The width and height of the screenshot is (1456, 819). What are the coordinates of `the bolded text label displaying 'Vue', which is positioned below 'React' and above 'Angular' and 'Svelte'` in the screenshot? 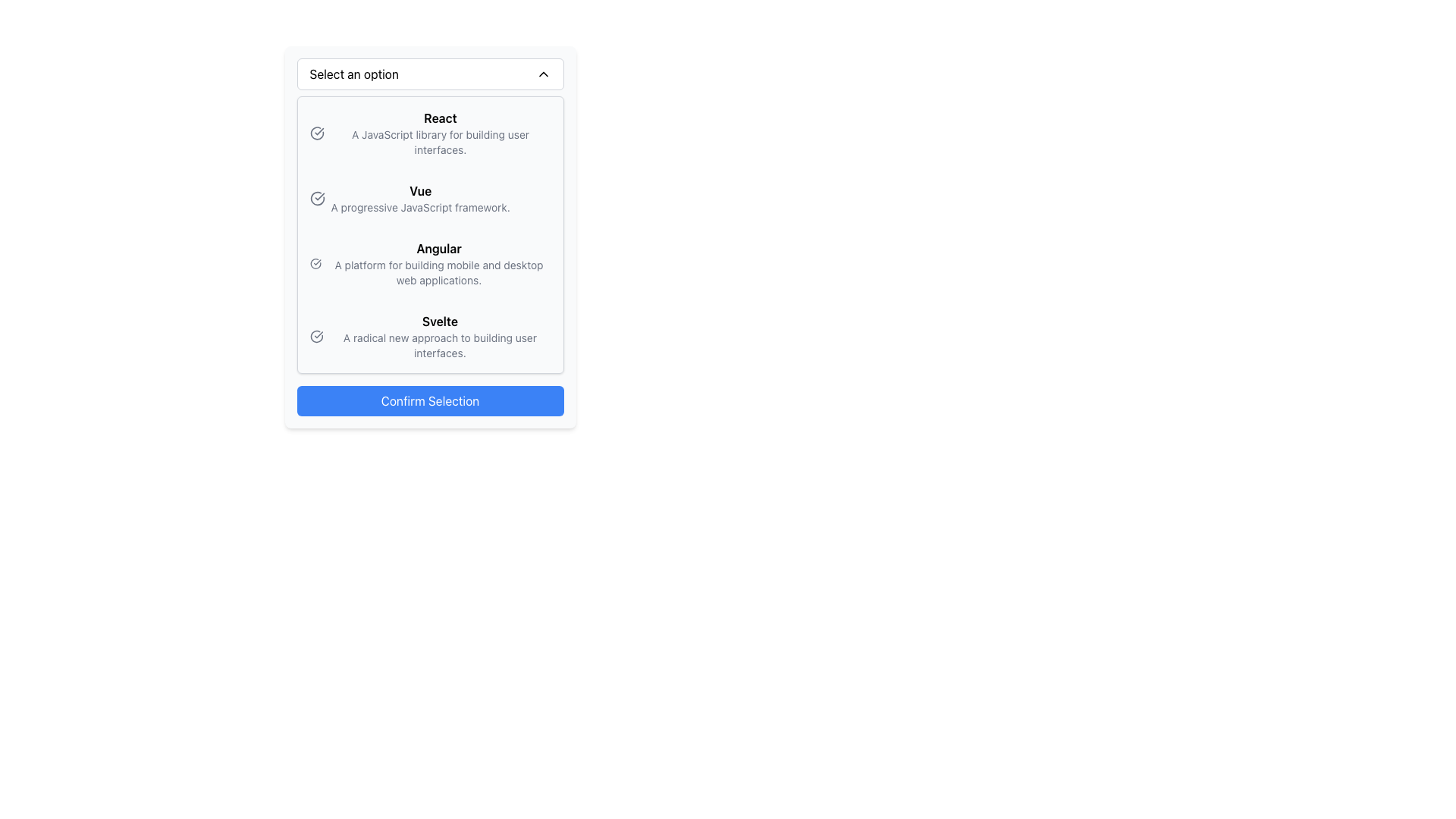 It's located at (420, 190).